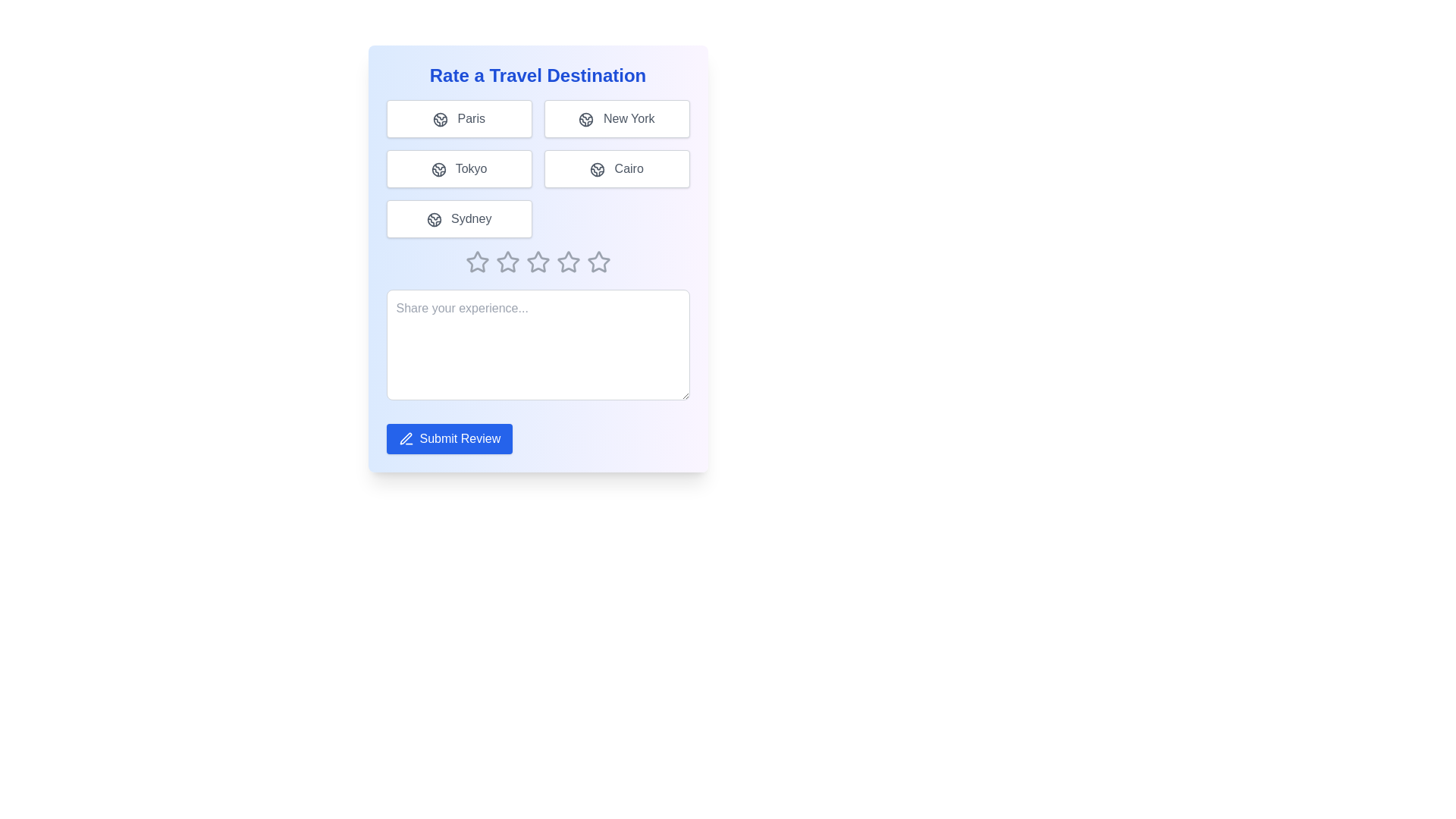  Describe the element at coordinates (458, 169) in the screenshot. I see `the button labeled 'Tokyo' located in the grid under 'Rate a Travel Destination'` at that location.